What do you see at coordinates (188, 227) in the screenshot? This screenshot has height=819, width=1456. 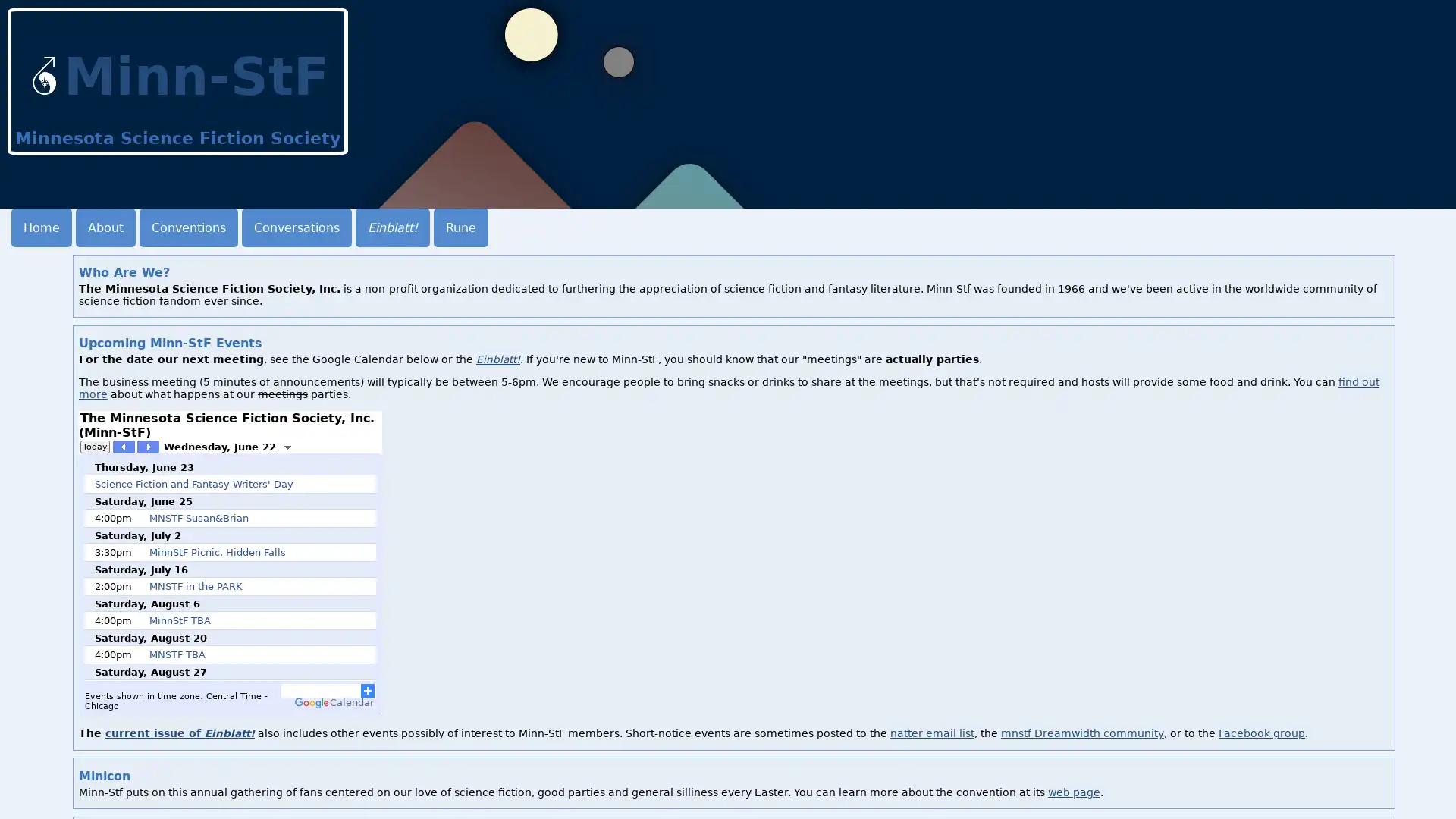 I see `Conventions` at bounding box center [188, 227].